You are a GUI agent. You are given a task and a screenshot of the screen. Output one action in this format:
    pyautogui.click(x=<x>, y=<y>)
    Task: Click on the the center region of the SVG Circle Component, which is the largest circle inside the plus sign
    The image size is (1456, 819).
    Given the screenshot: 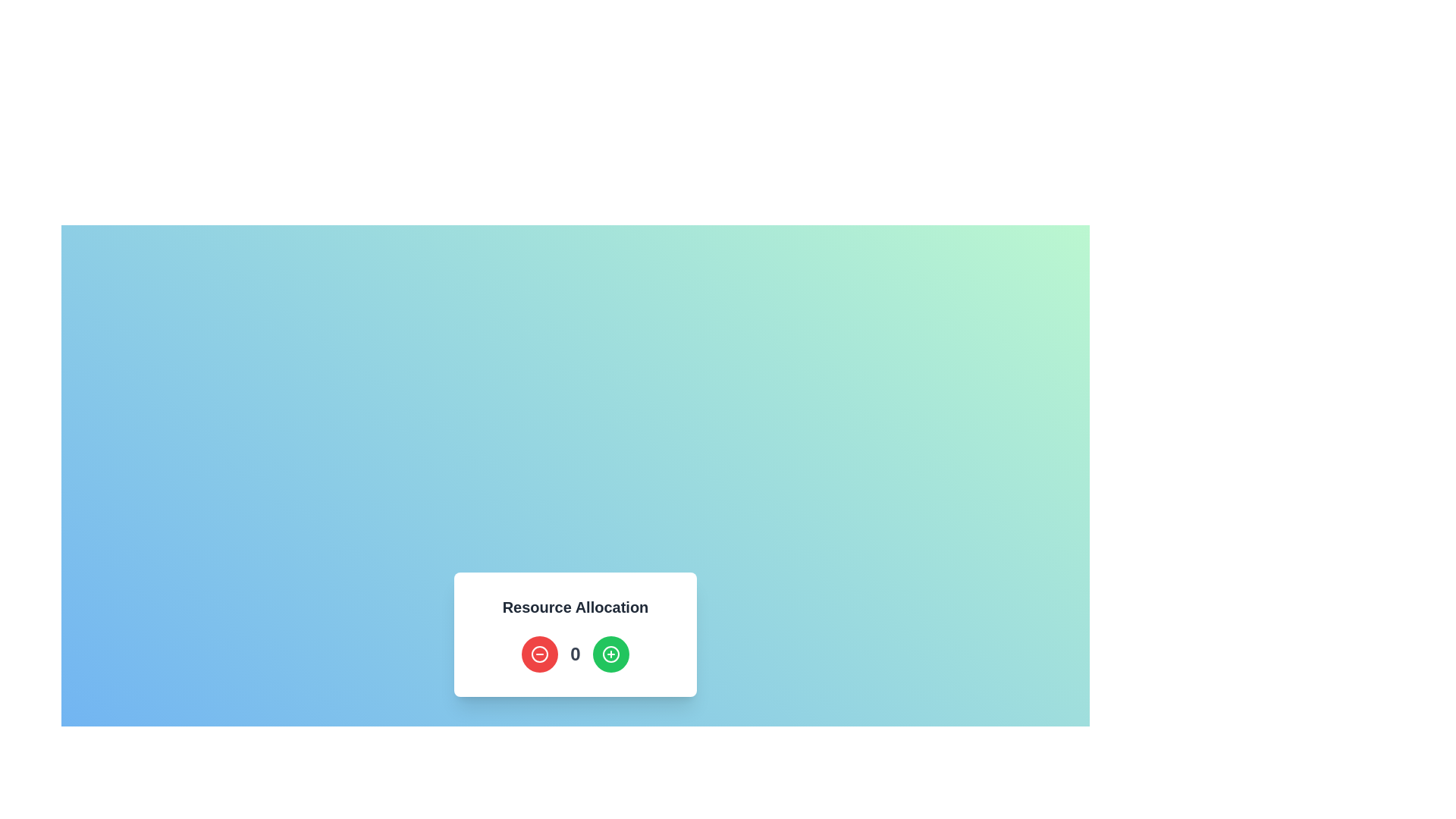 What is the action you would take?
    pyautogui.click(x=610, y=654)
    